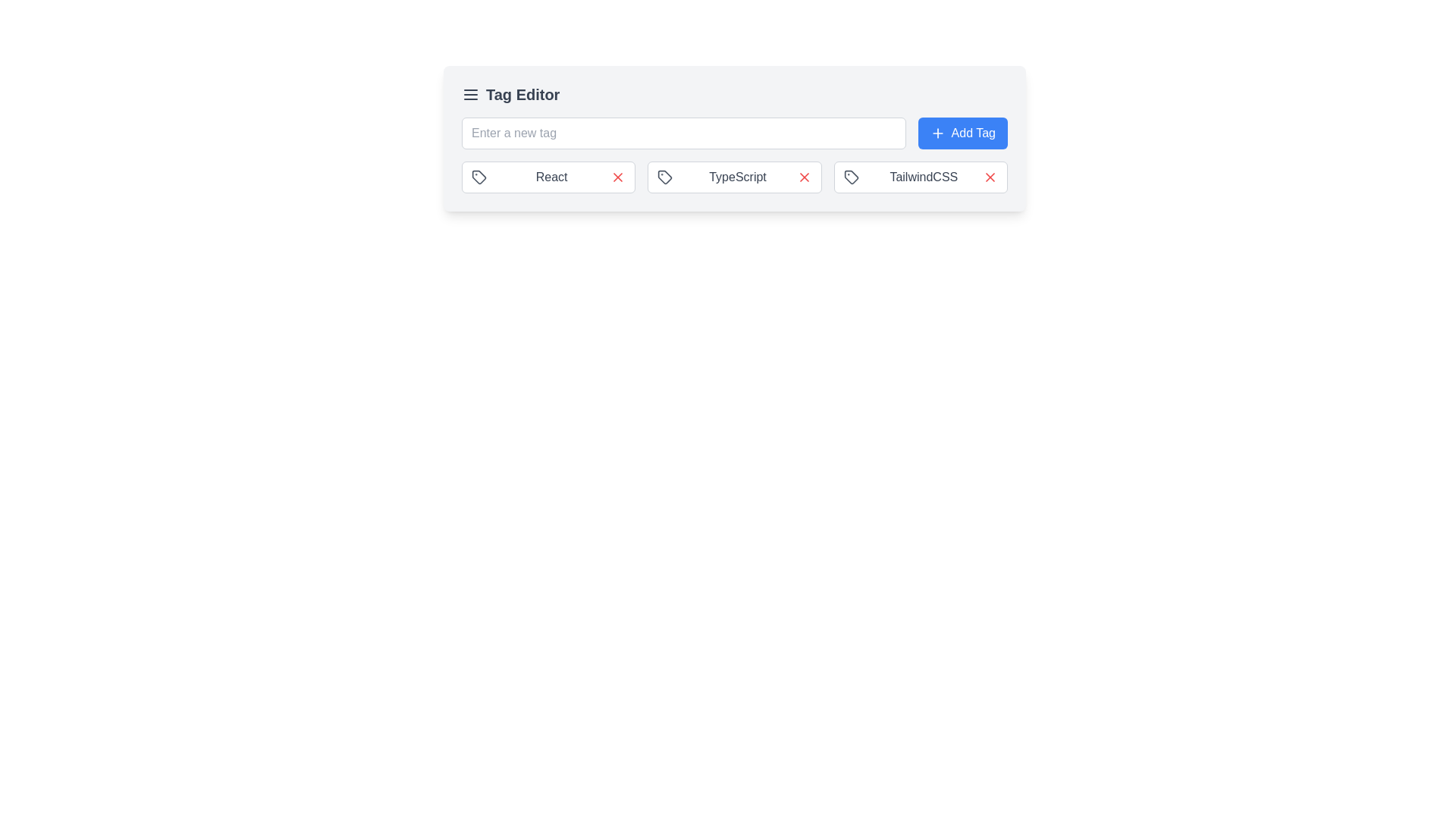  Describe the element at coordinates (479, 177) in the screenshot. I see `the SVG icon located to the left of the 'React' text, which serves as a decorative or indicative element in the UI` at that location.